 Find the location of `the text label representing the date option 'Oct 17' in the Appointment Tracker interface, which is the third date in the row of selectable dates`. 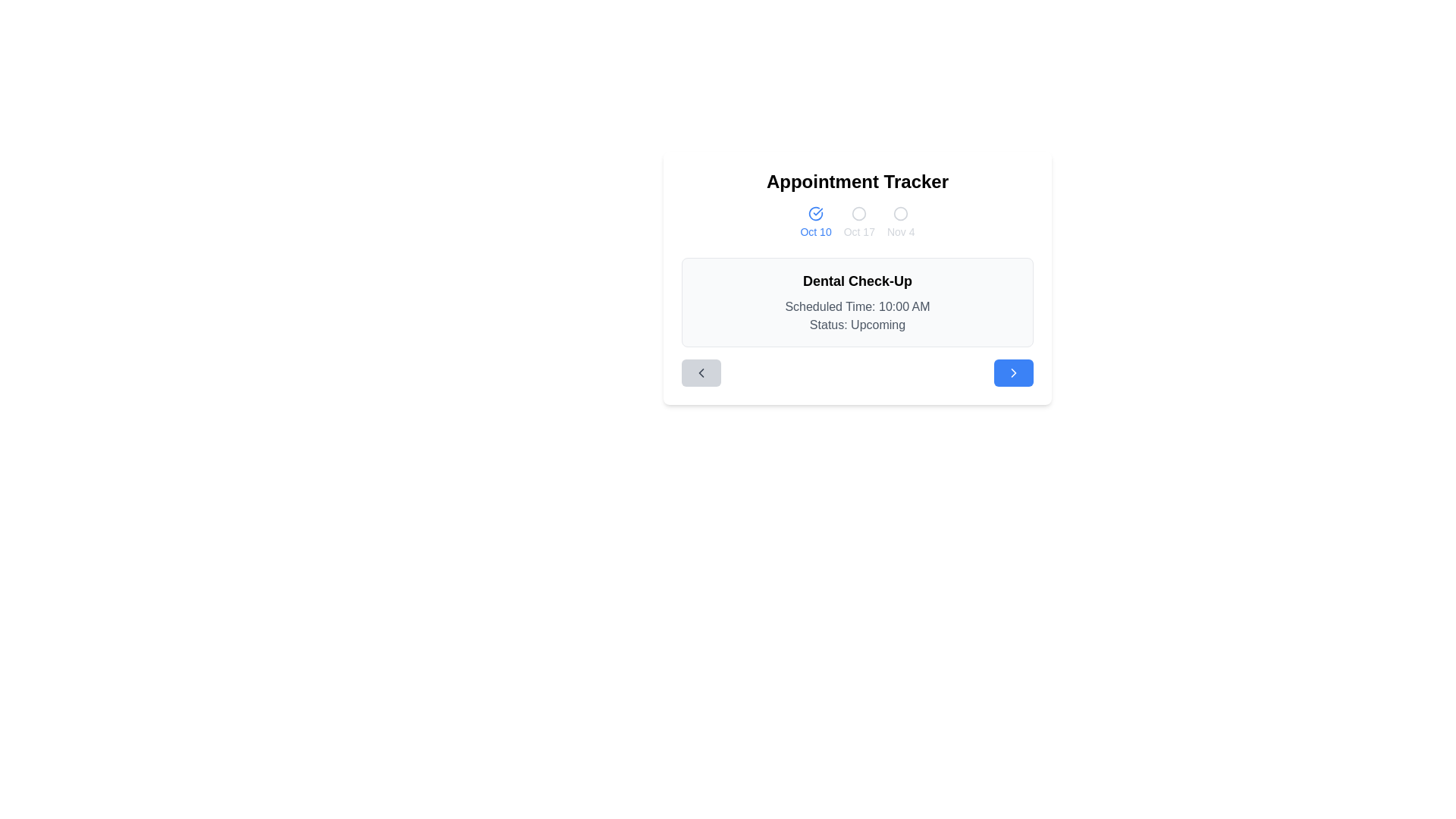

the text label representing the date option 'Oct 17' in the Appointment Tracker interface, which is the third date in the row of selectable dates is located at coordinates (859, 231).